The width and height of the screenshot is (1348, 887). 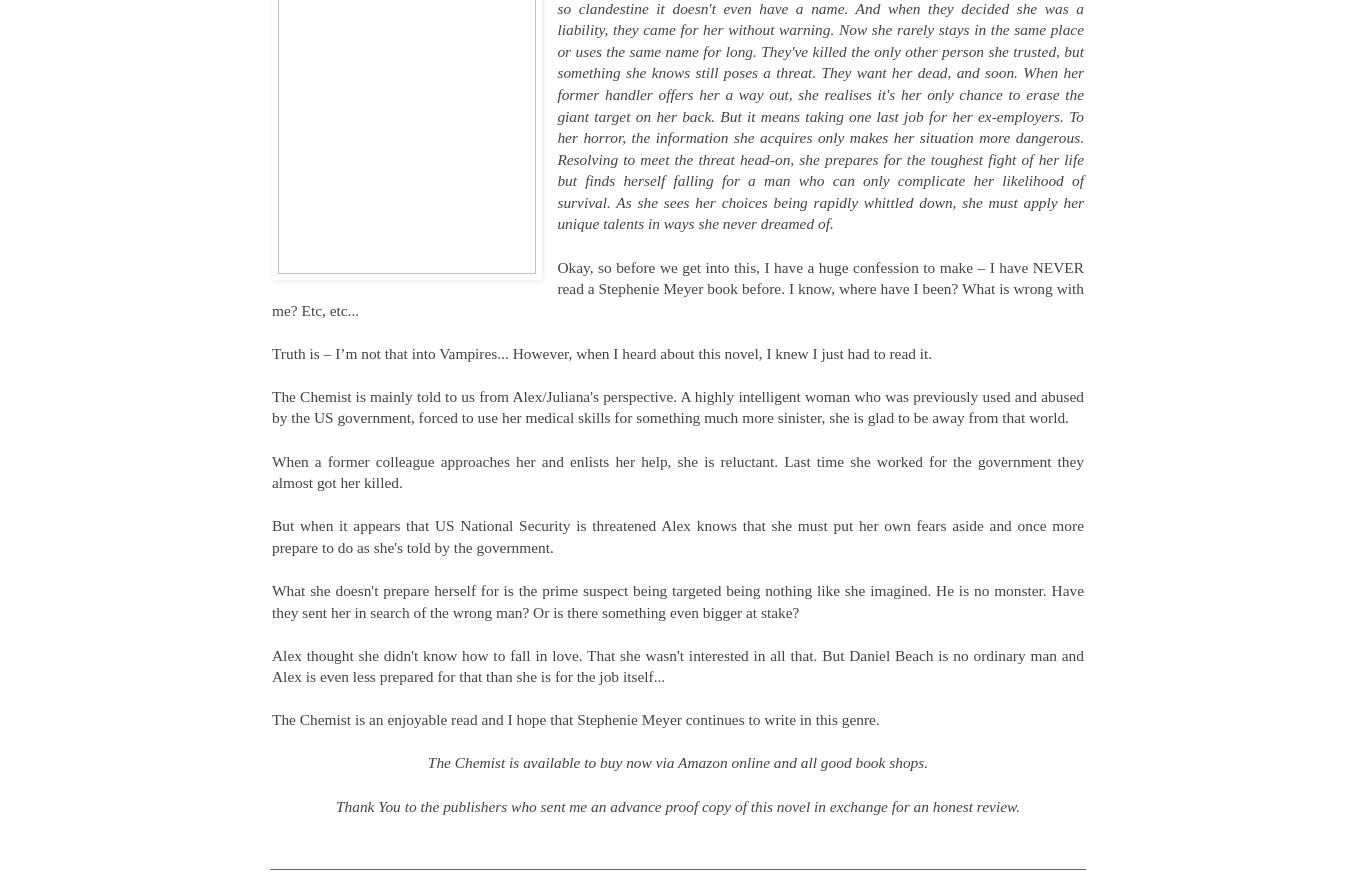 I want to click on 'Thank You to the publishers who sent me an advance proof copy of this novel in exchange for an honest review.', so click(x=676, y=805).